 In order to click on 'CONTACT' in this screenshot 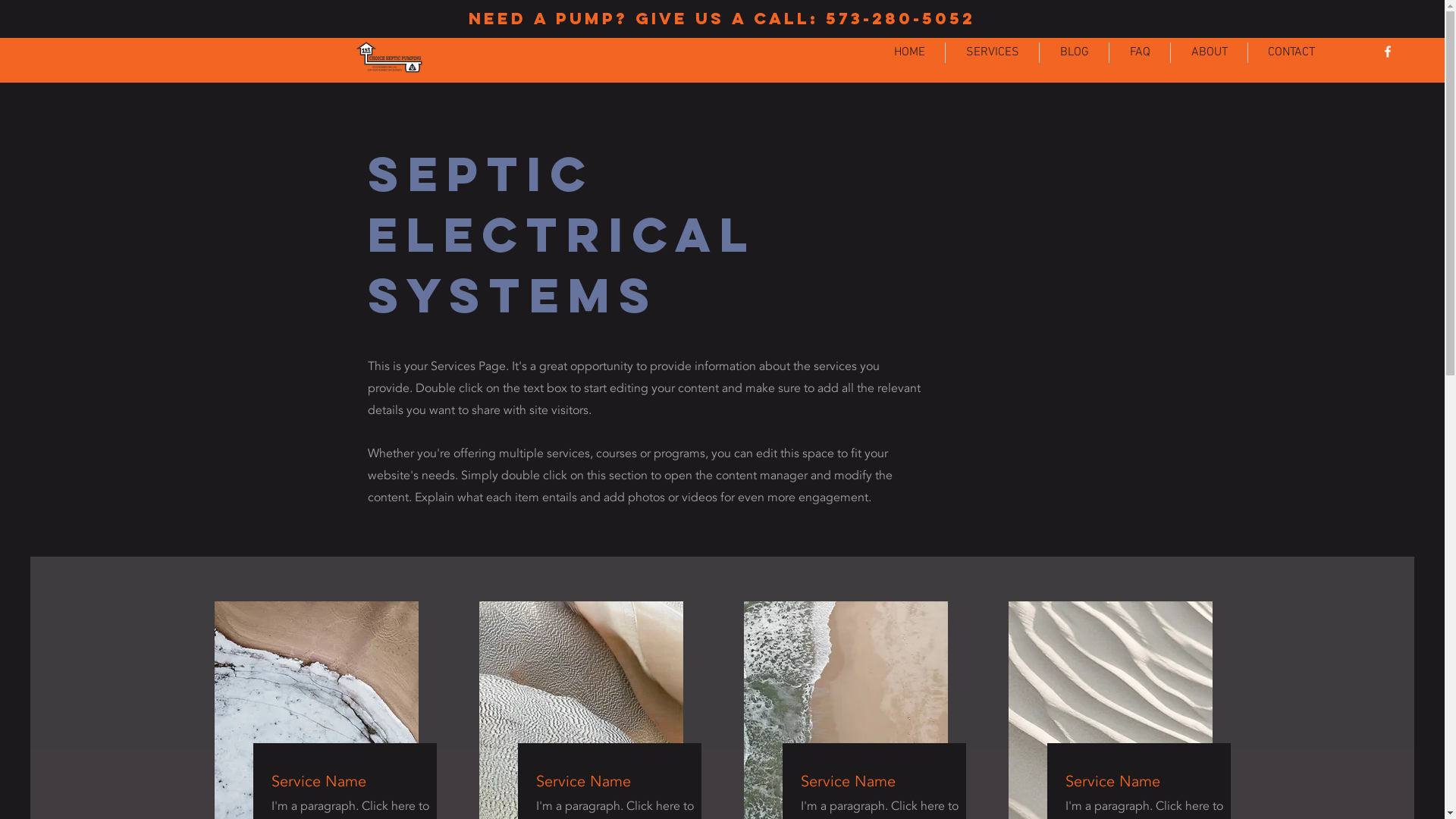, I will do `click(1291, 52)`.